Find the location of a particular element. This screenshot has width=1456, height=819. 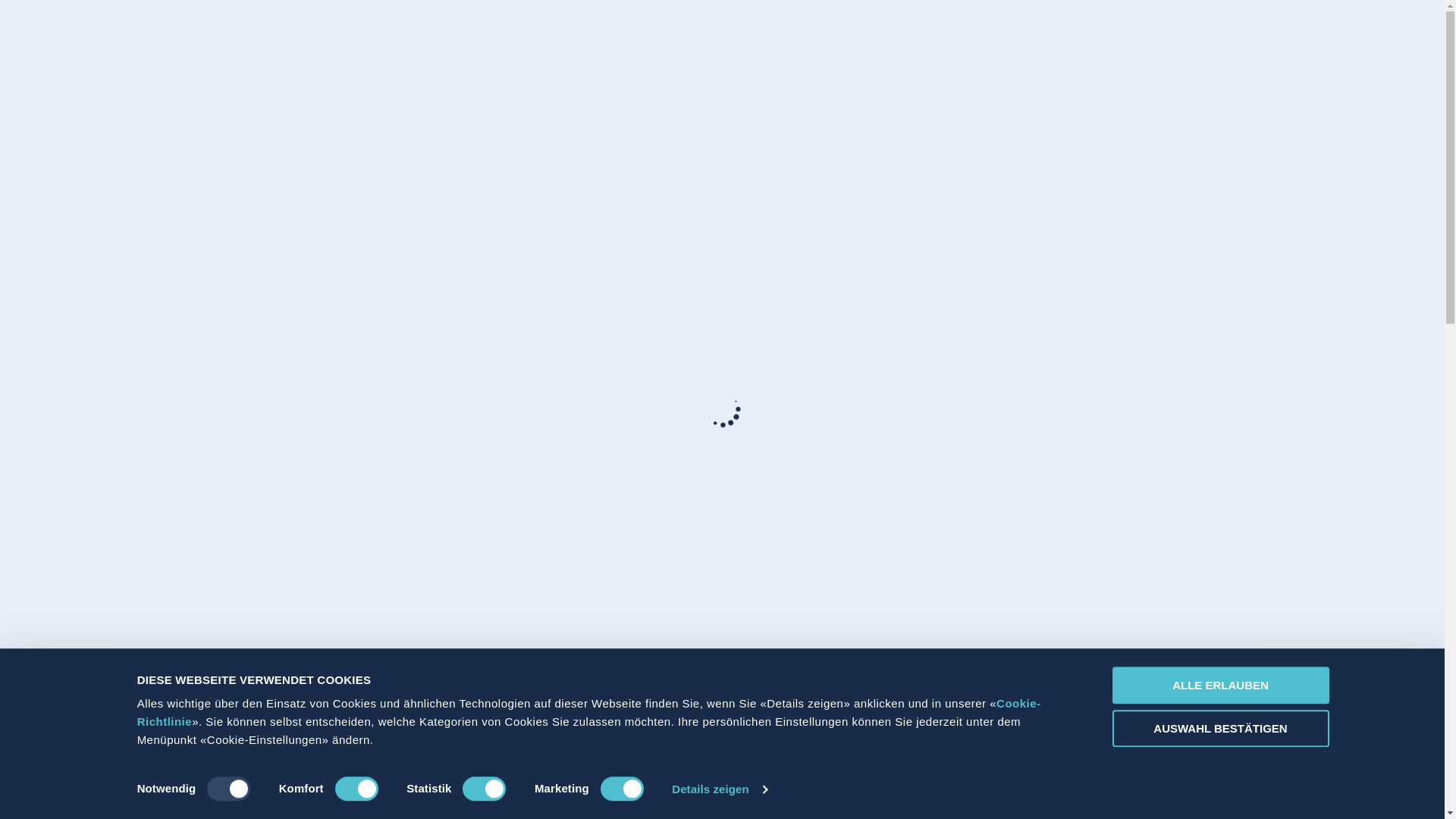

'ALLE ERLAUBEN' is located at coordinates (1219, 685).